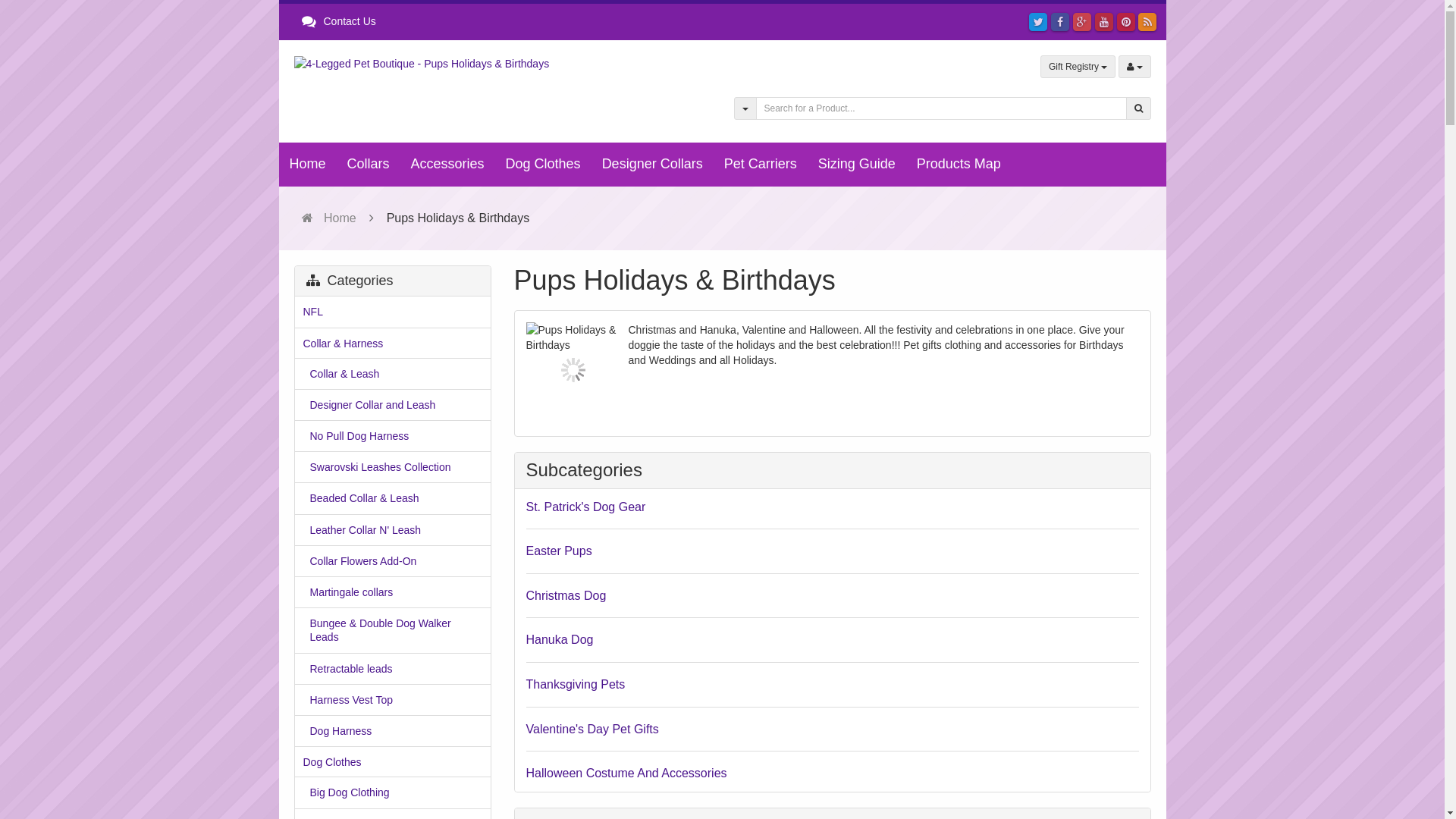 This screenshot has height=819, width=1456. What do you see at coordinates (392, 591) in the screenshot?
I see `'Martingale collars'` at bounding box center [392, 591].